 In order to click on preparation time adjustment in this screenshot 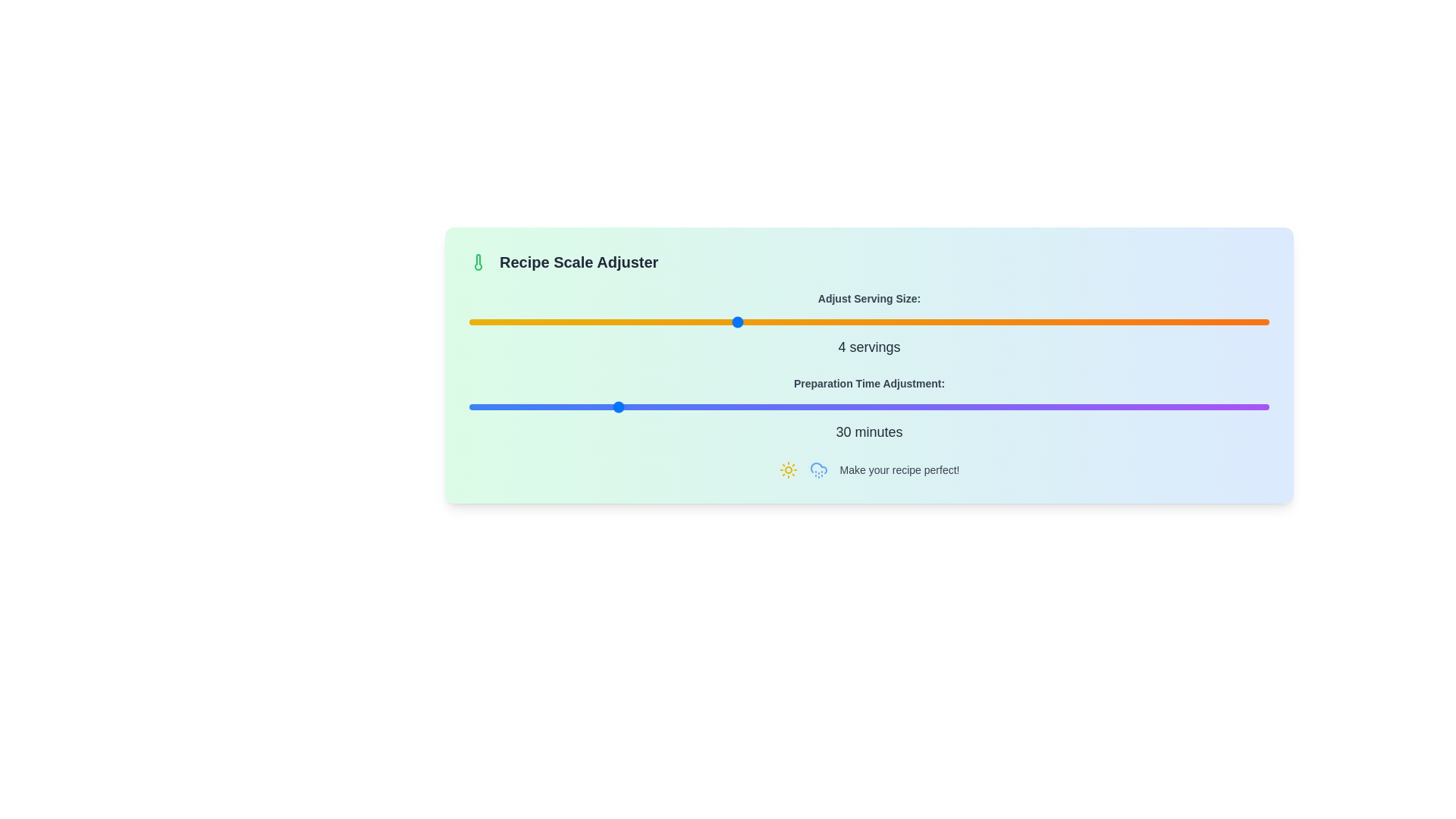, I will do `click(934, 406)`.